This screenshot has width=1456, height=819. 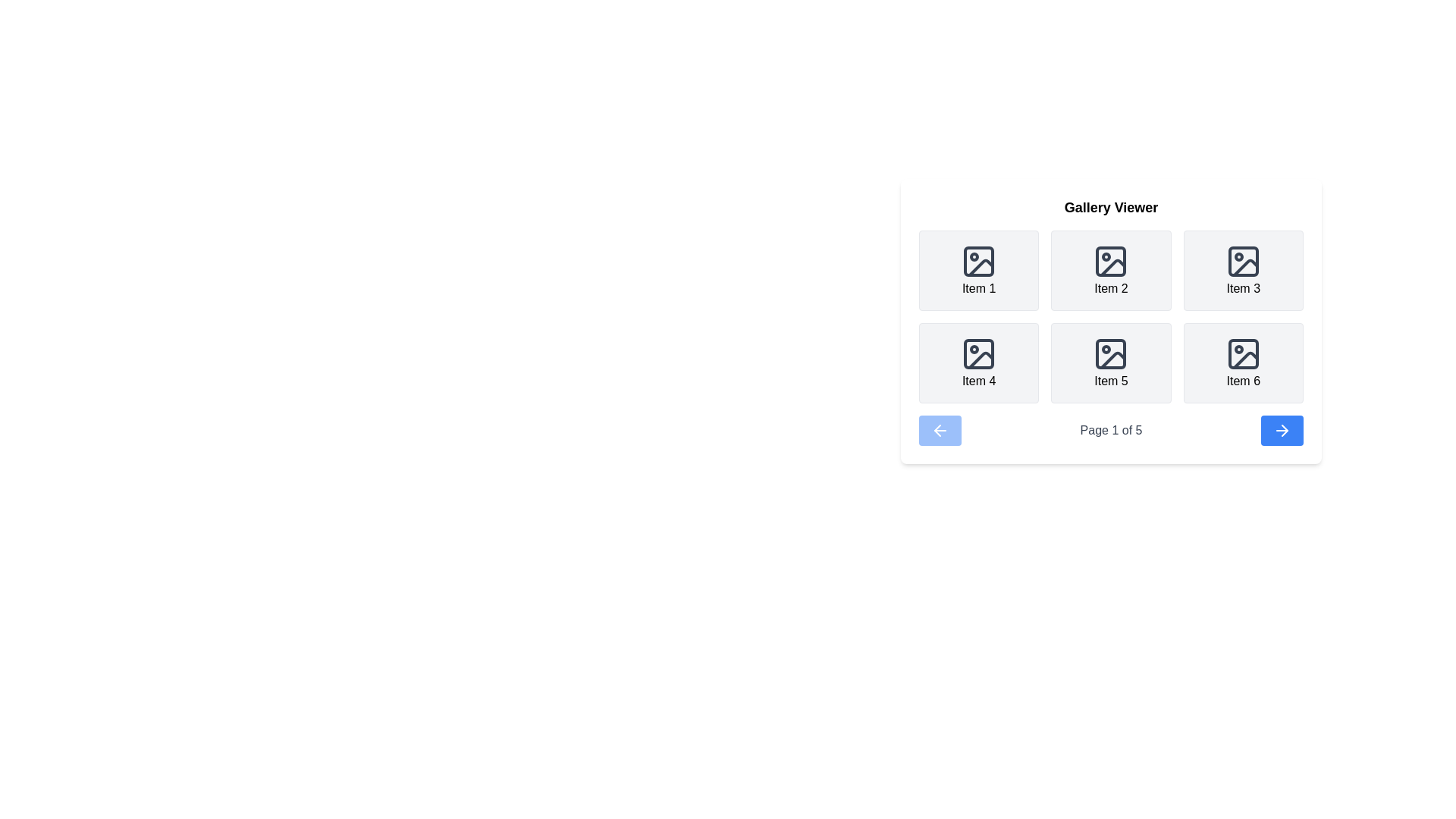 I want to click on the 'Item 6' card, which features a placeholder icon and is positioned, so click(x=1243, y=362).